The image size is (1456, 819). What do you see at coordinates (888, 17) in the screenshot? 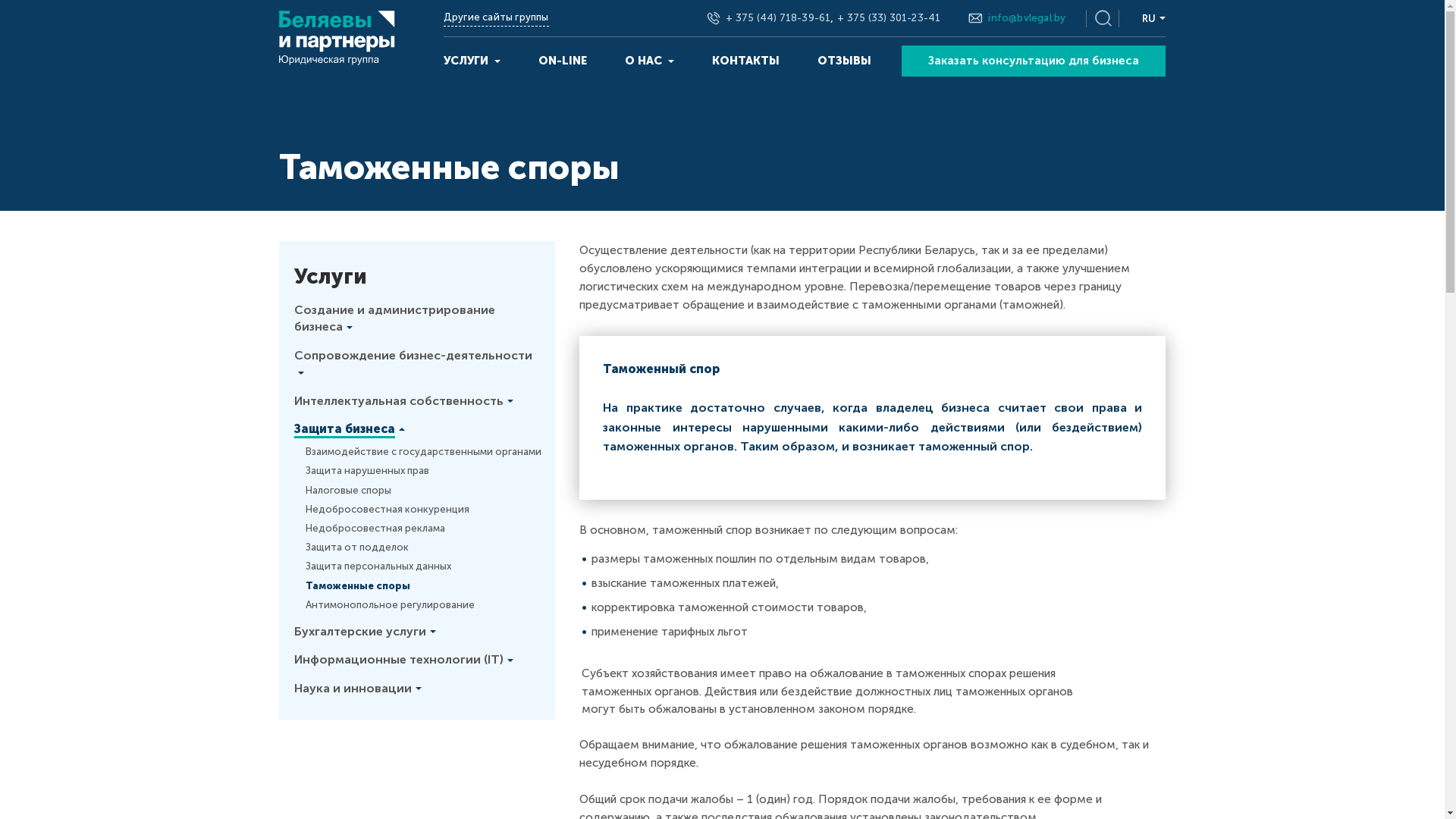
I see `'+ 375 (33) 301-23-41'` at bounding box center [888, 17].